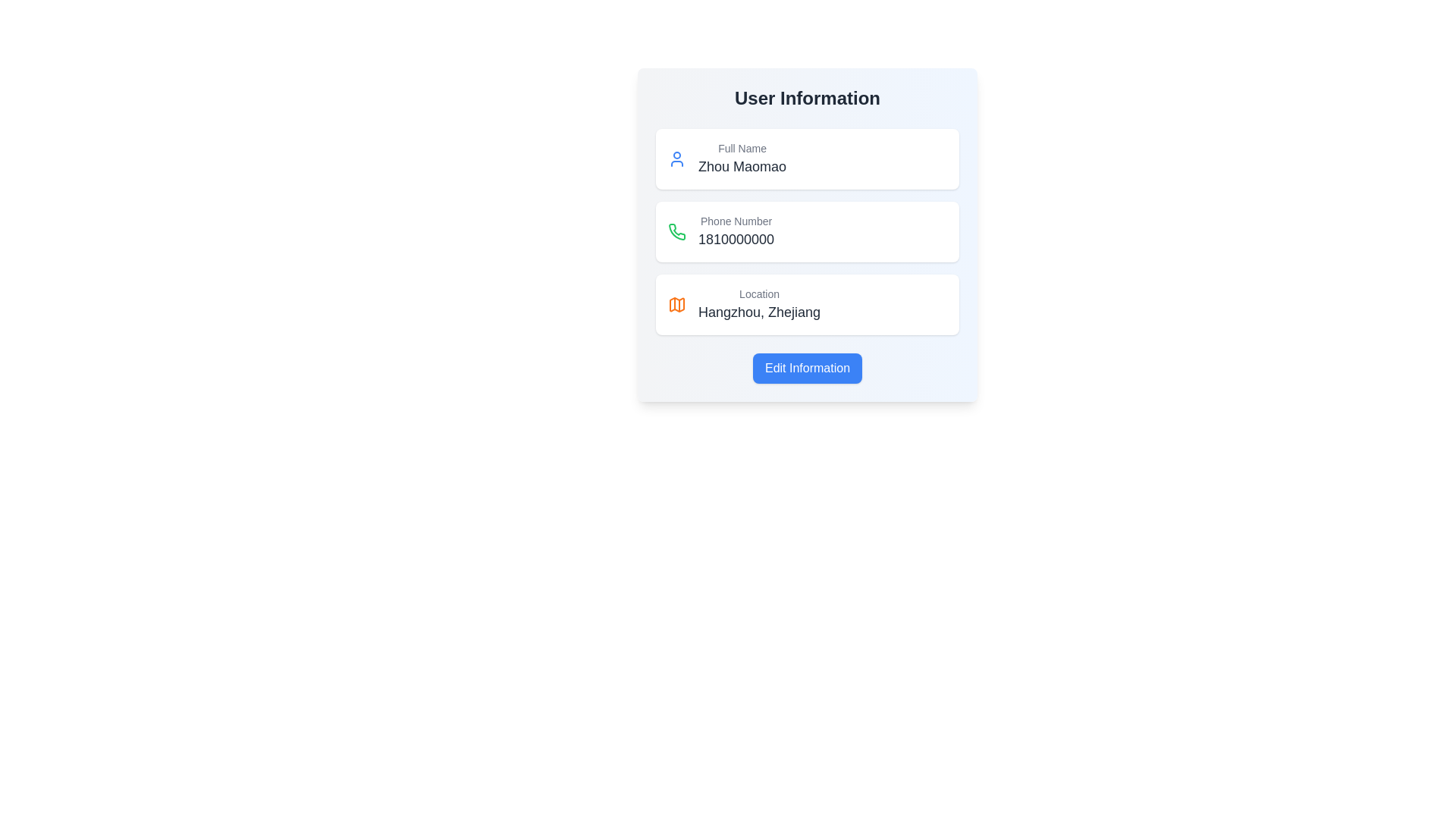 The width and height of the screenshot is (1456, 819). I want to click on the Informational card displaying the user's location information, which is the third card in a vertical sequence within the modal dialog box, so click(807, 304).